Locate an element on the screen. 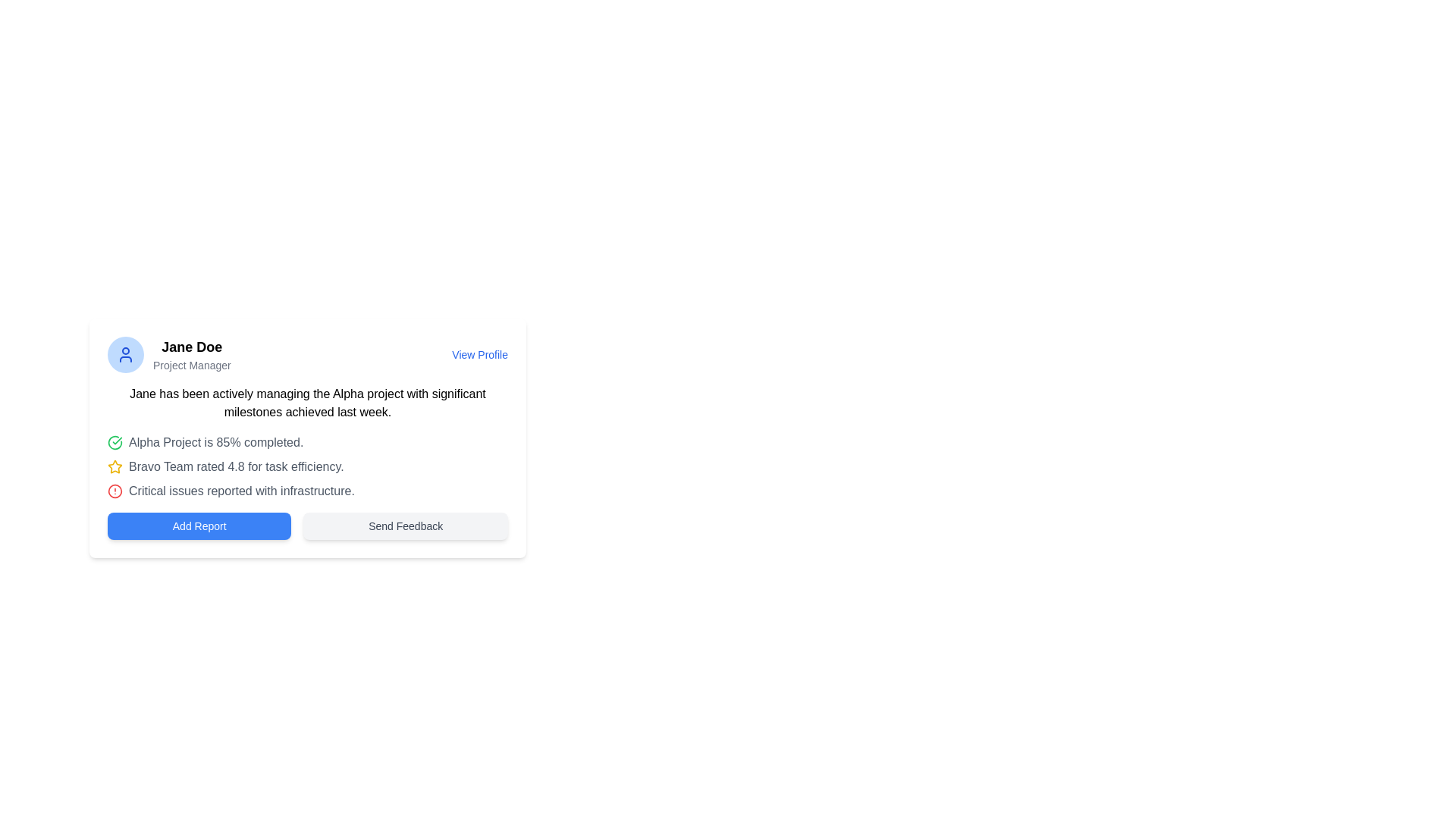  the inner circular layer of the three-layered warning icon located next to the text 'Critical issues reported with infrastructure' is located at coordinates (115, 491).